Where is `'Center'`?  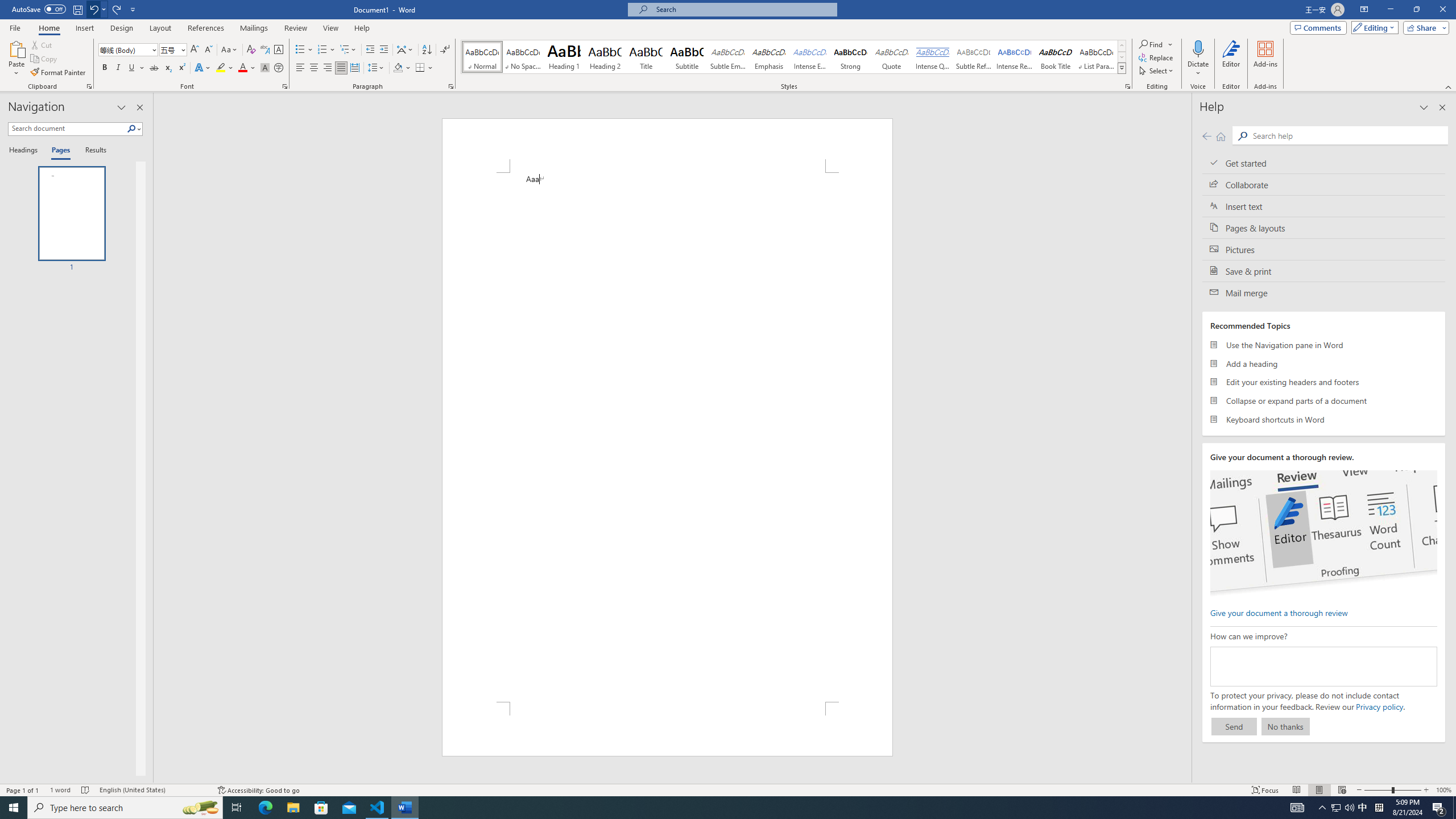
'Center' is located at coordinates (313, 67).